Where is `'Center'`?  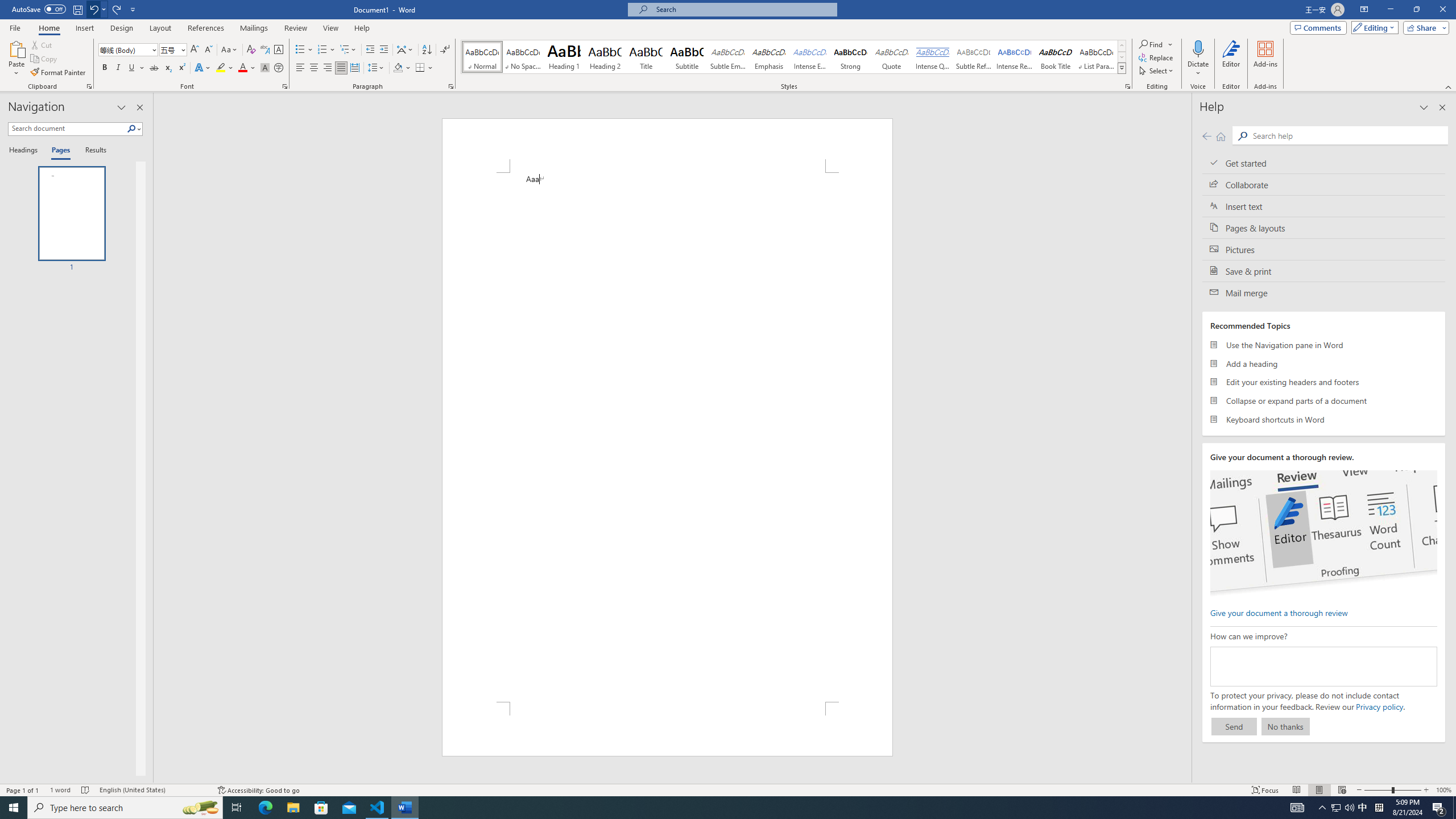
'Center' is located at coordinates (313, 67).